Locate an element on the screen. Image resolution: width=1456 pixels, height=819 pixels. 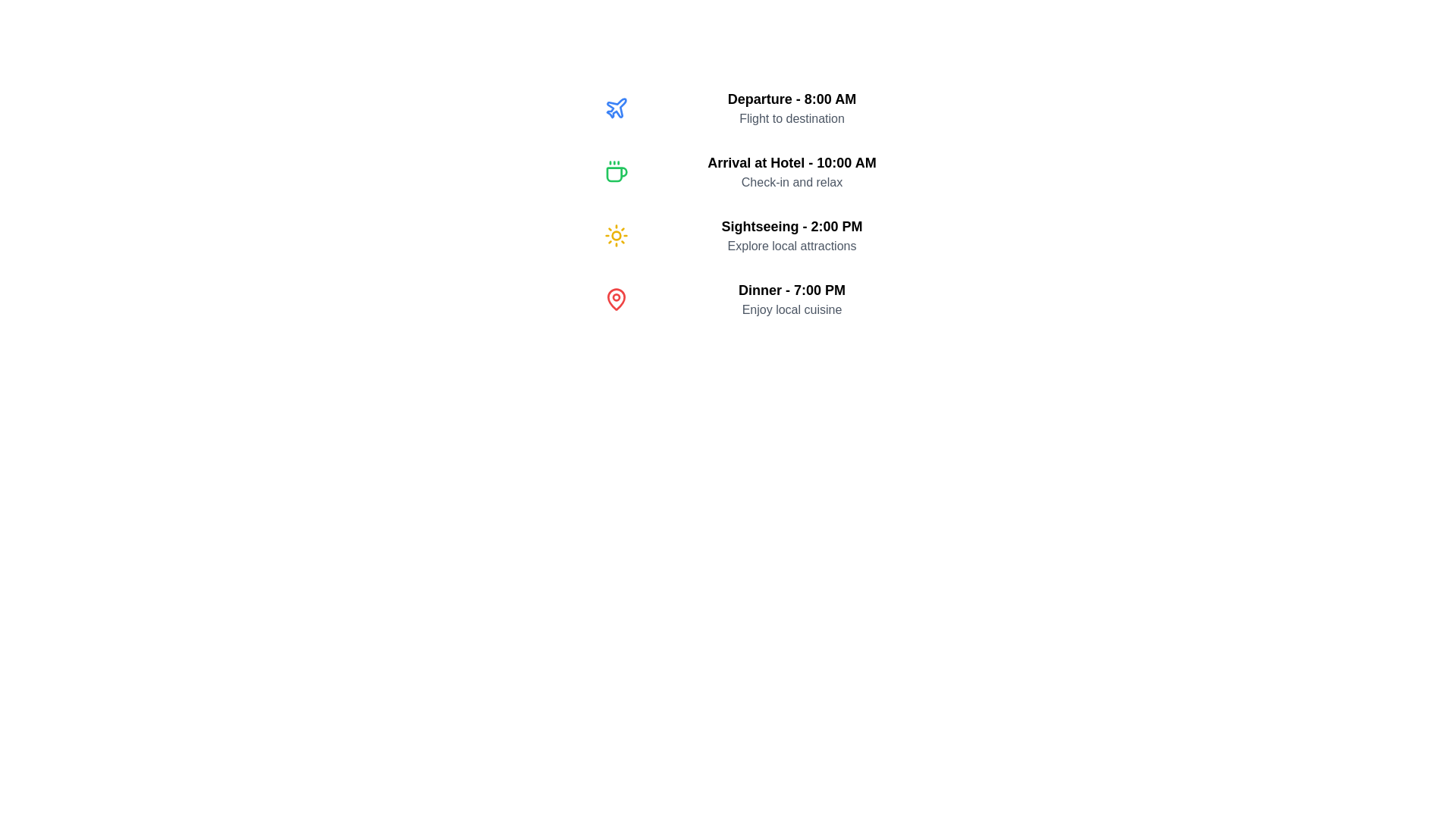
the red map pin icon located to the left of the 'Dinner - 7:00 PM' entry in the schedule is located at coordinates (616, 299).